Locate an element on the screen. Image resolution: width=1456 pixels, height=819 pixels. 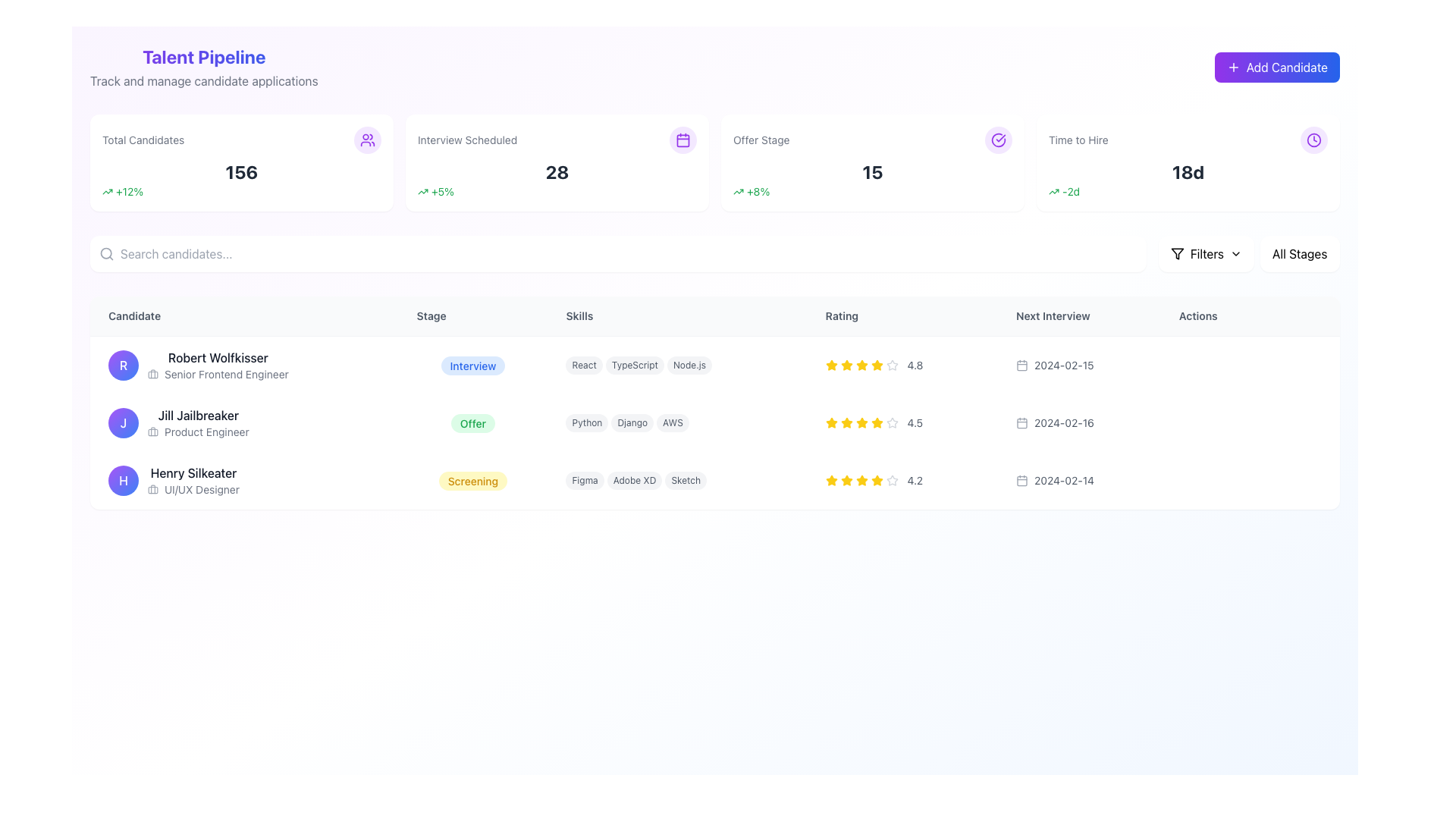
the Text with icon element displaying the date '2024-02-14' and a calendar icon, located in the 'Next Interview' column for 'Henry Silkeater' in the Talent Pipeline section is located at coordinates (1078, 480).